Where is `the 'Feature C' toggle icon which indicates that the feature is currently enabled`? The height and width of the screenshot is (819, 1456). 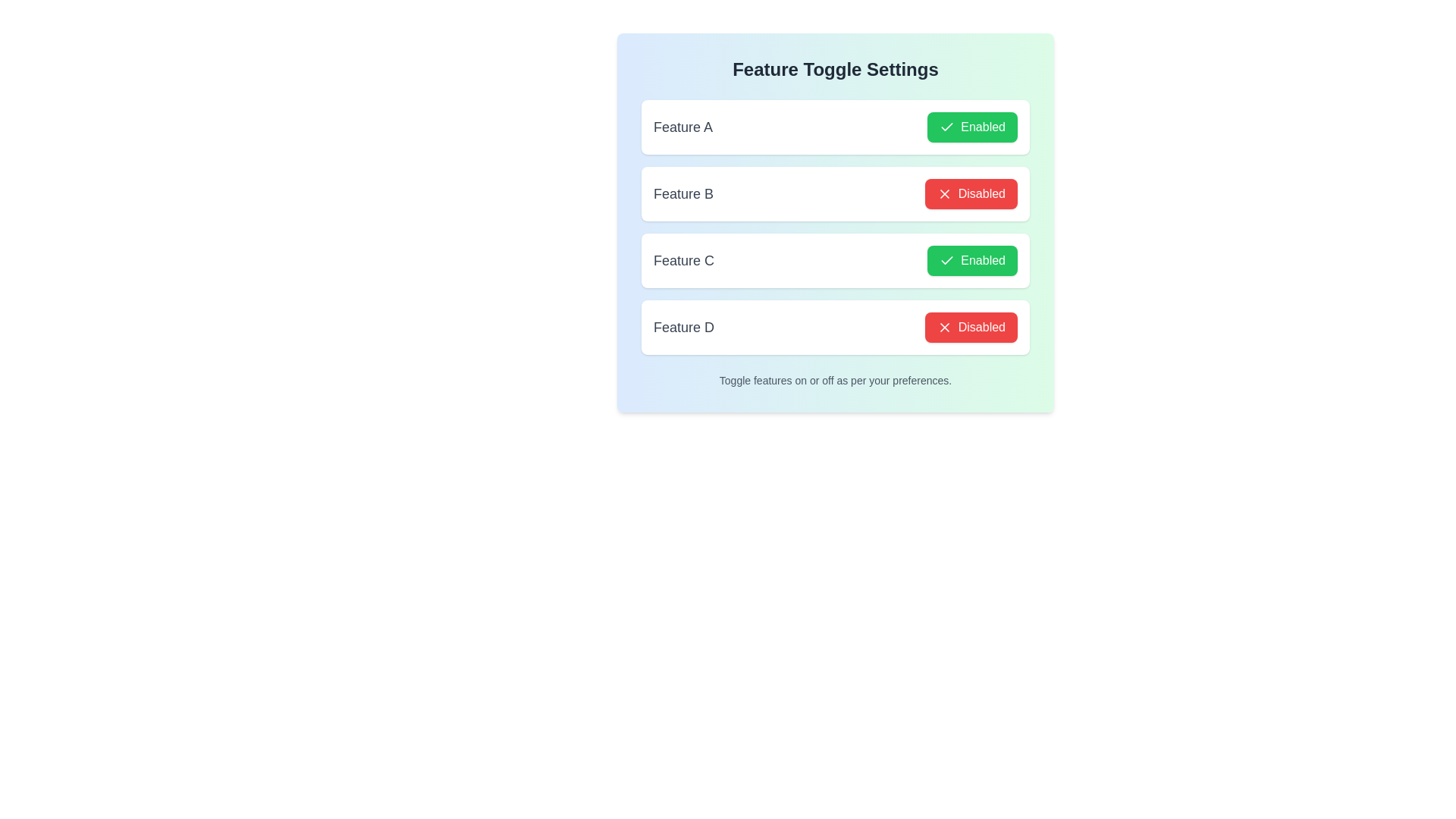
the 'Feature C' toggle icon which indicates that the feature is currently enabled is located at coordinates (946, 259).